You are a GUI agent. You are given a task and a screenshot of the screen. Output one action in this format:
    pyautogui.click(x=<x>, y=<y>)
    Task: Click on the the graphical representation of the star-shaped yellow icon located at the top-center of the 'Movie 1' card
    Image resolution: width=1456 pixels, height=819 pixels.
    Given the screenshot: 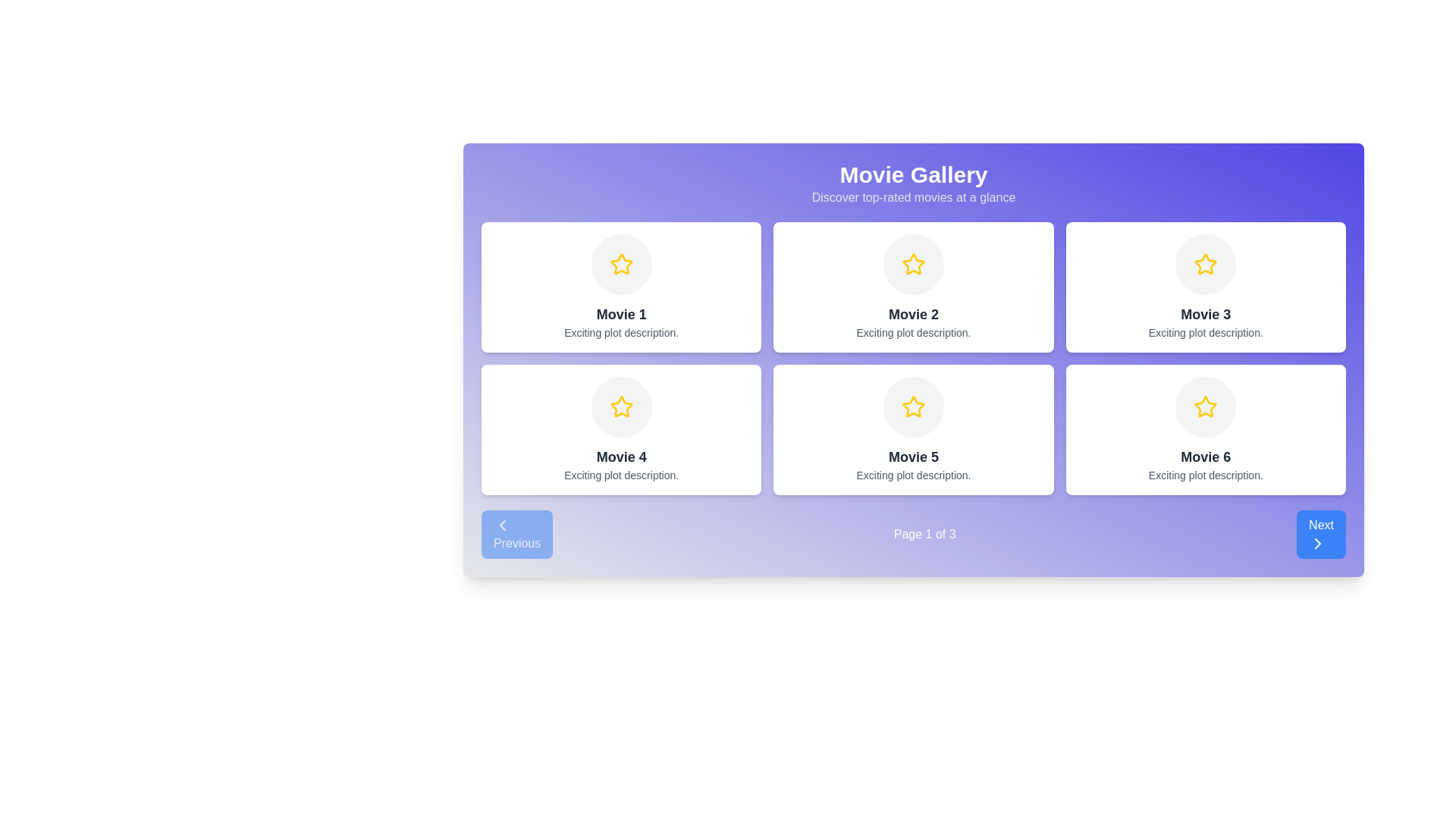 What is the action you would take?
    pyautogui.click(x=621, y=263)
    